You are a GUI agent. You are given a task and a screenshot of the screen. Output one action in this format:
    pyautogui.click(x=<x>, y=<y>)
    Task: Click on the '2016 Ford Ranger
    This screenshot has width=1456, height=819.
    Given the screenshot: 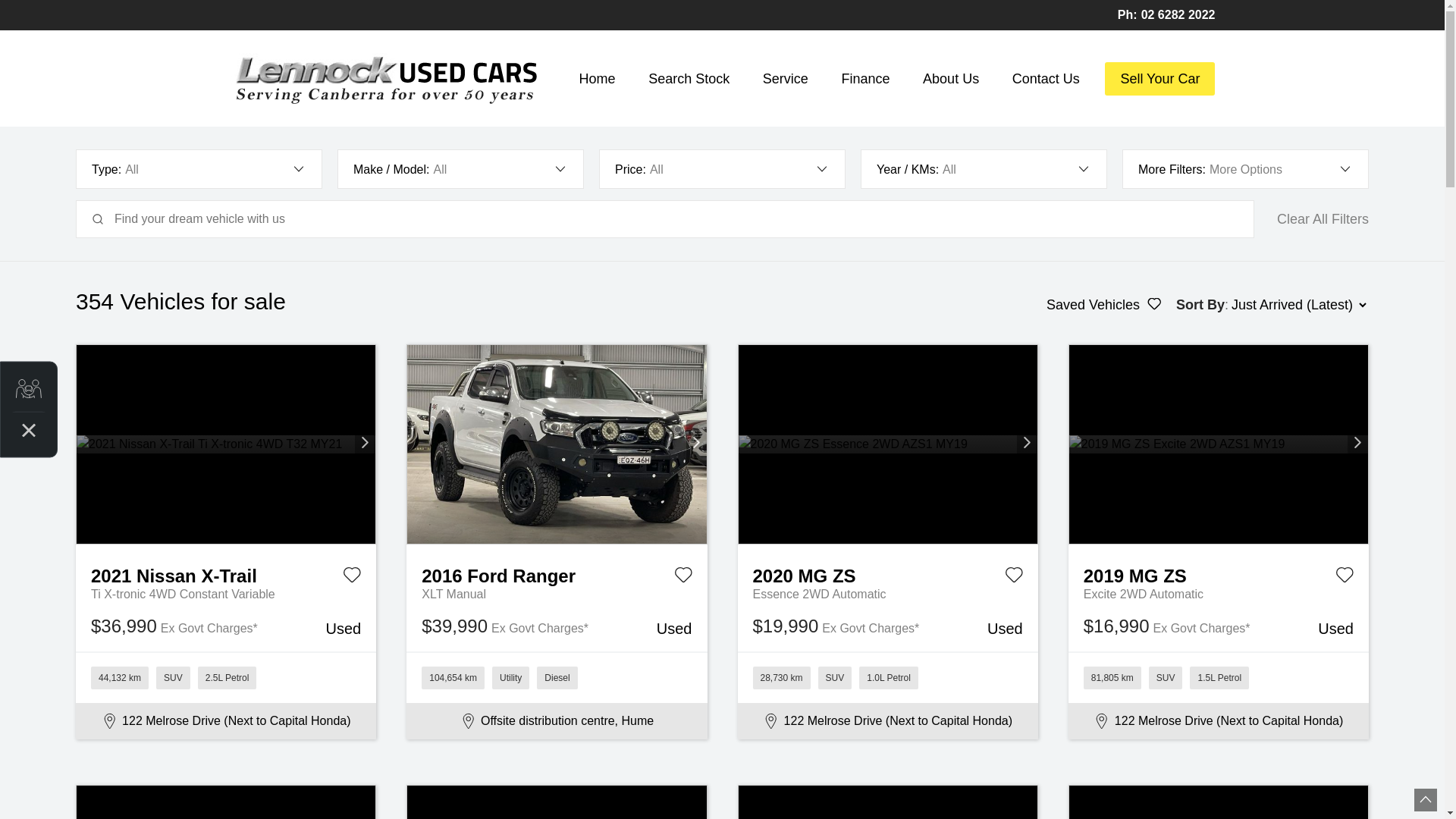 What is the action you would take?
    pyautogui.click(x=556, y=573)
    